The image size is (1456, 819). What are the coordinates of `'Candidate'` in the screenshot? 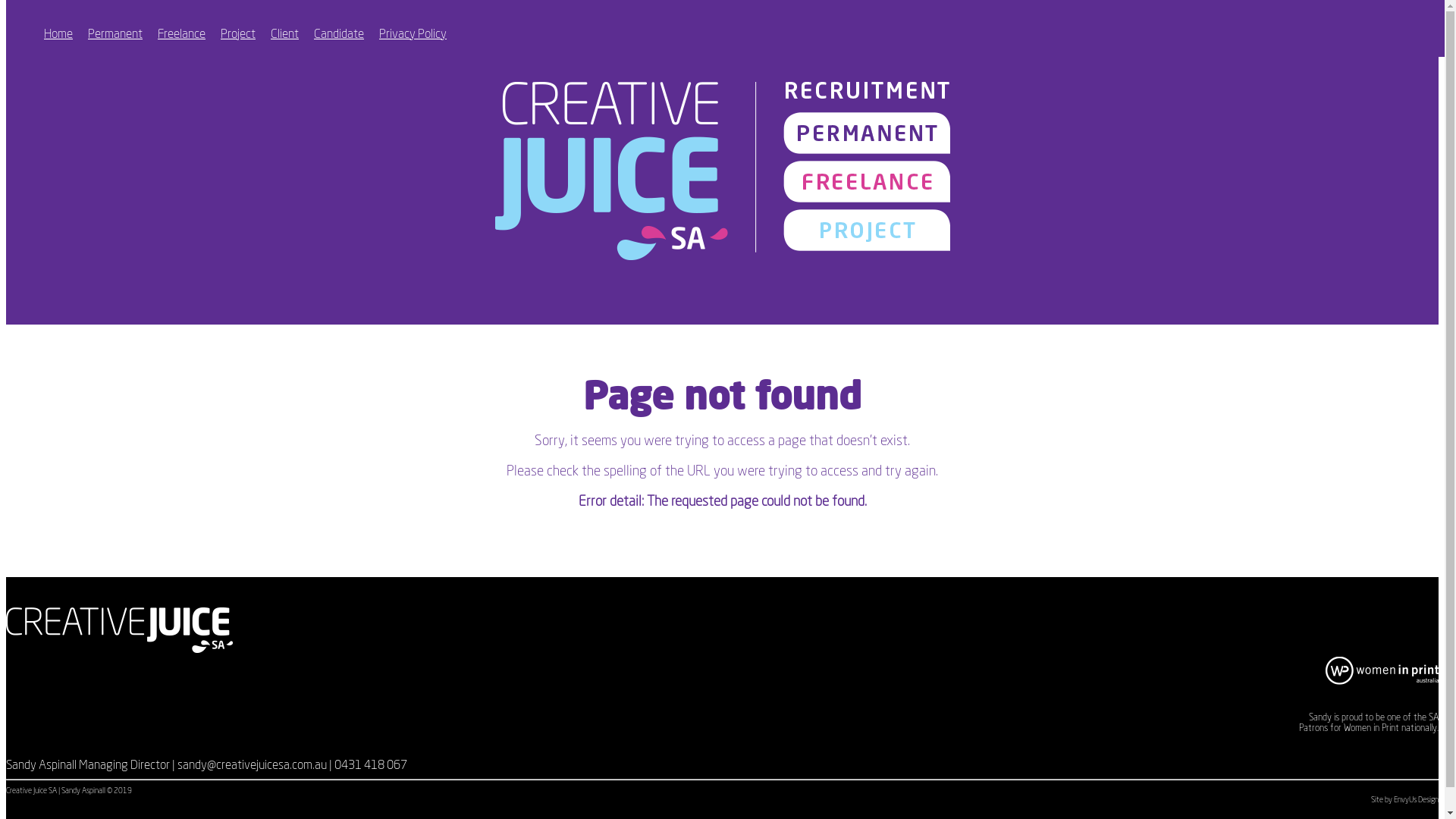 It's located at (337, 34).